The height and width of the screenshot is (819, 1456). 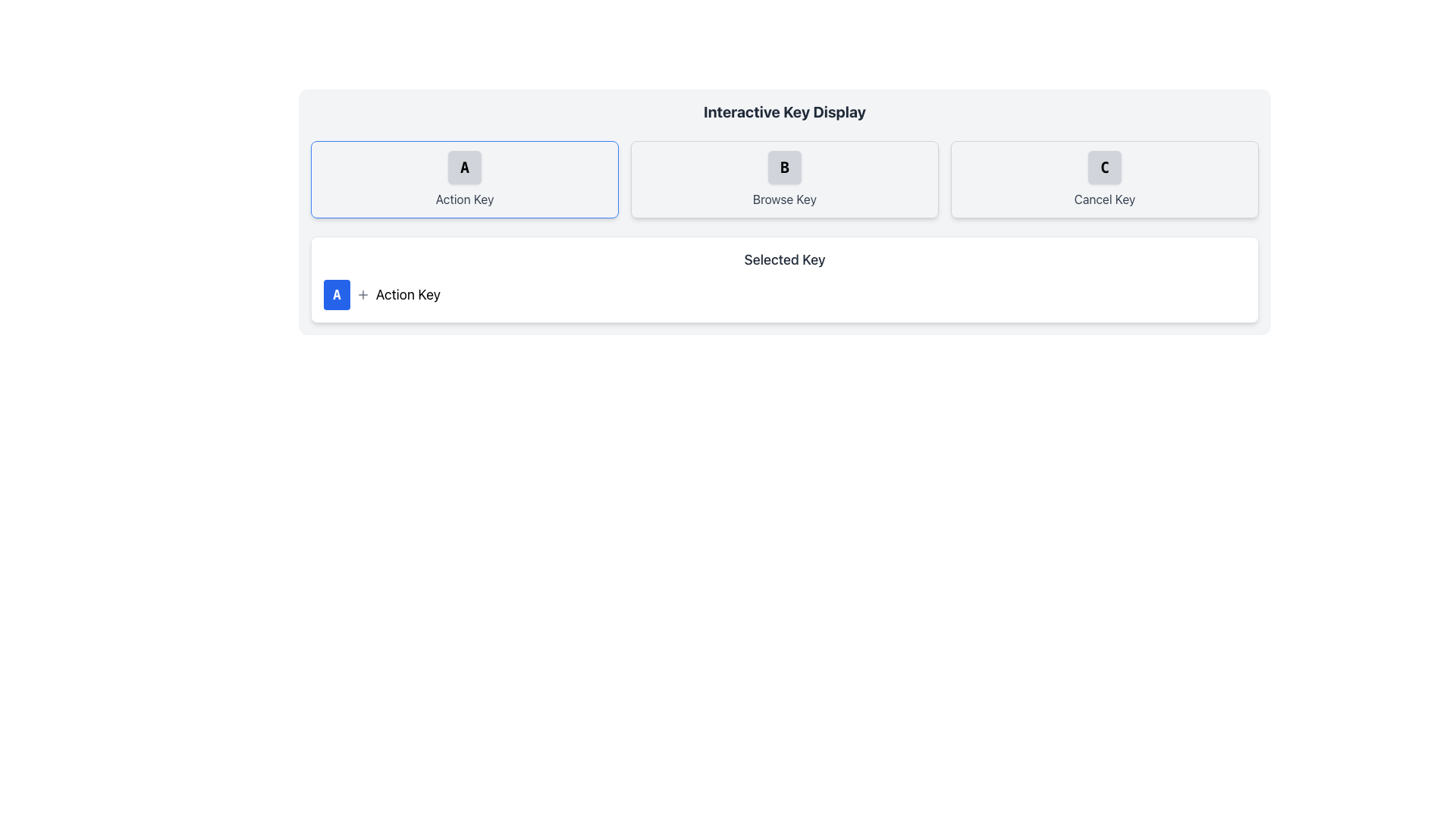 What do you see at coordinates (1105, 178) in the screenshot?
I see `the 'Cancel Key' button, which is a rectangular button with a light gray background, a bold capital 'C' at the top, and is the third button in a row of three, located at the top right of the interface` at bounding box center [1105, 178].